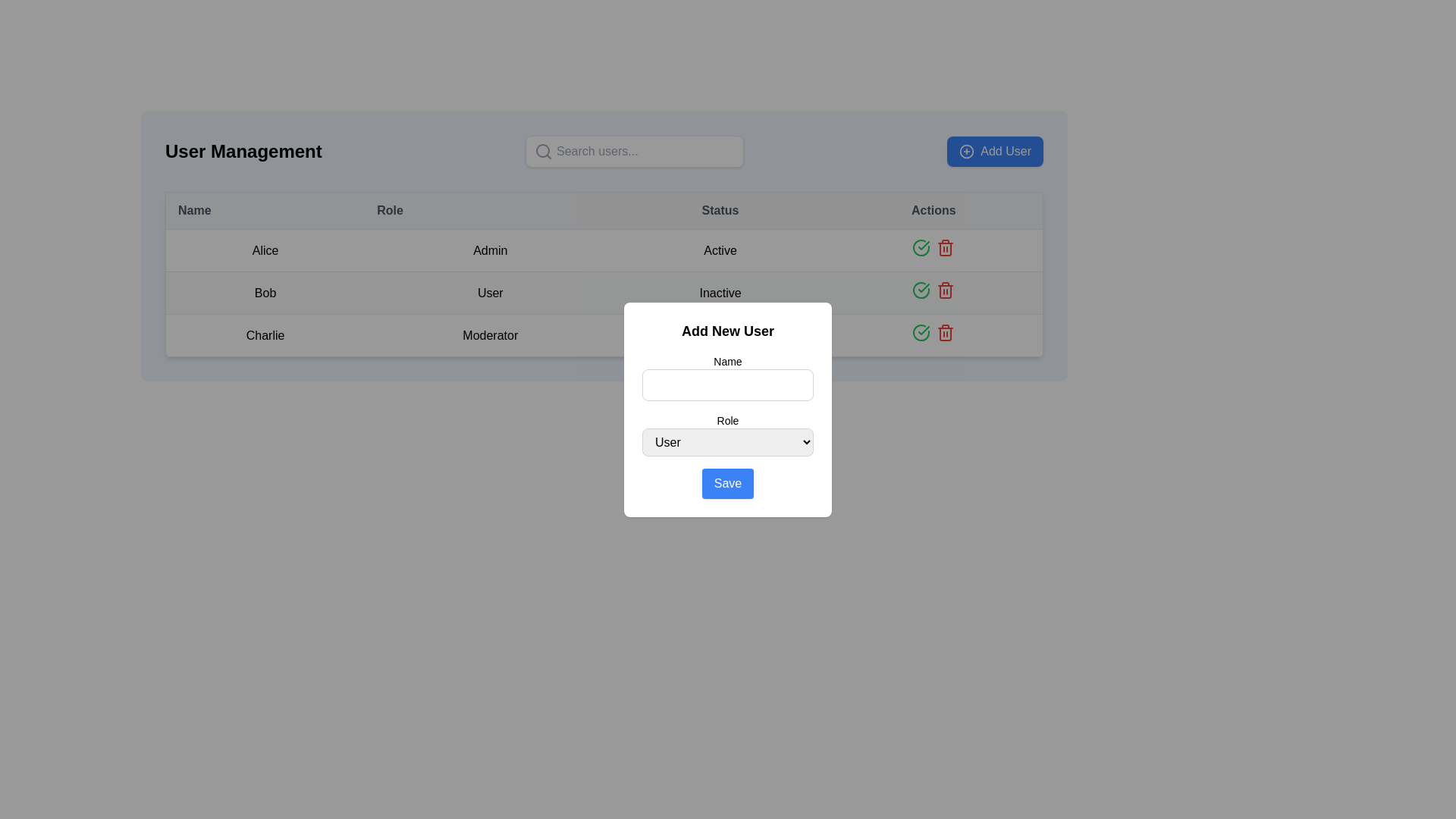  I want to click on the second row in the user management table that contains details about the user named 'Bob', so click(603, 292).